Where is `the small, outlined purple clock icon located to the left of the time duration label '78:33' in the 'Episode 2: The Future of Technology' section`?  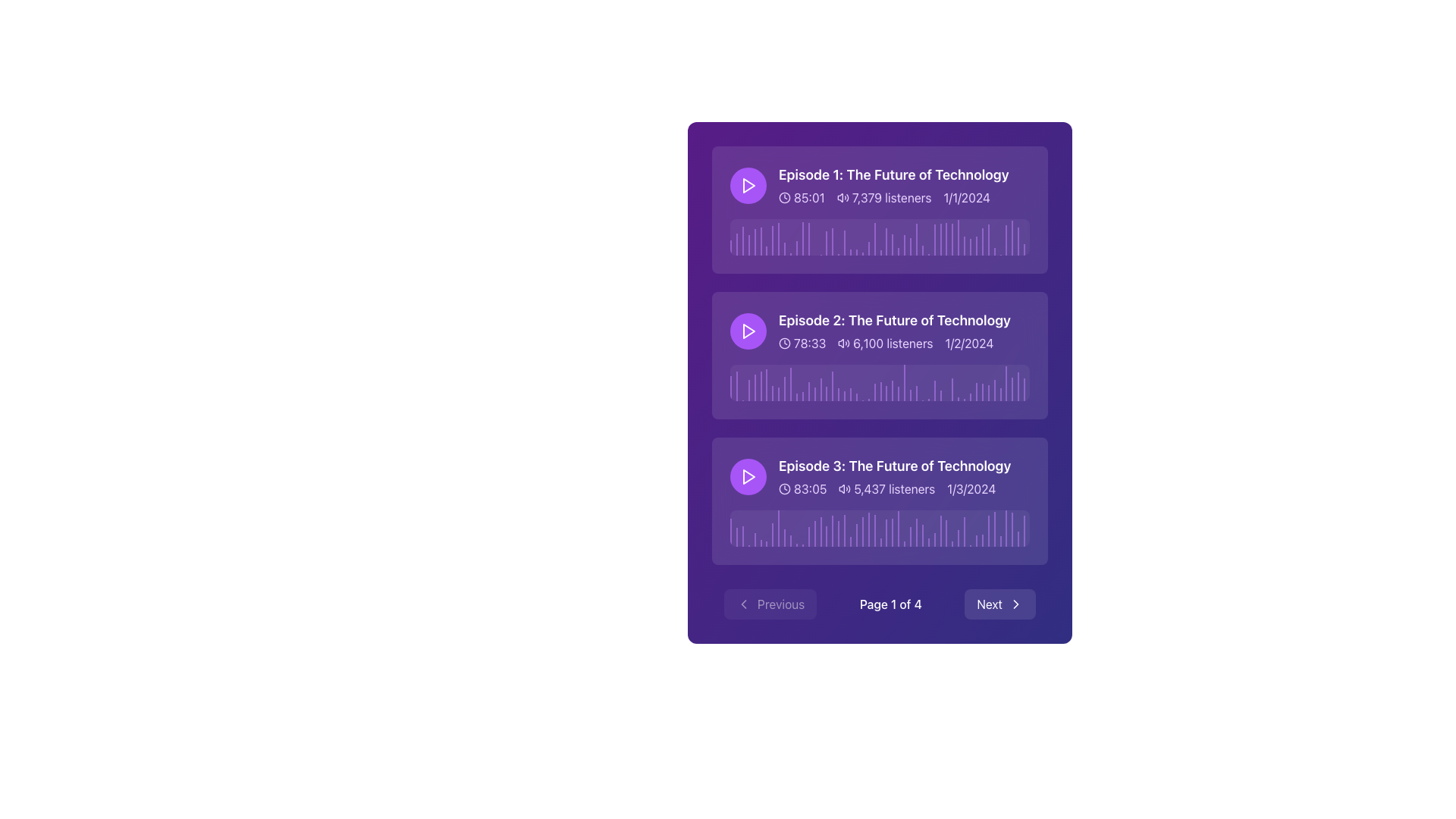
the small, outlined purple clock icon located to the left of the time duration label '78:33' in the 'Episode 2: The Future of Technology' section is located at coordinates (785, 343).